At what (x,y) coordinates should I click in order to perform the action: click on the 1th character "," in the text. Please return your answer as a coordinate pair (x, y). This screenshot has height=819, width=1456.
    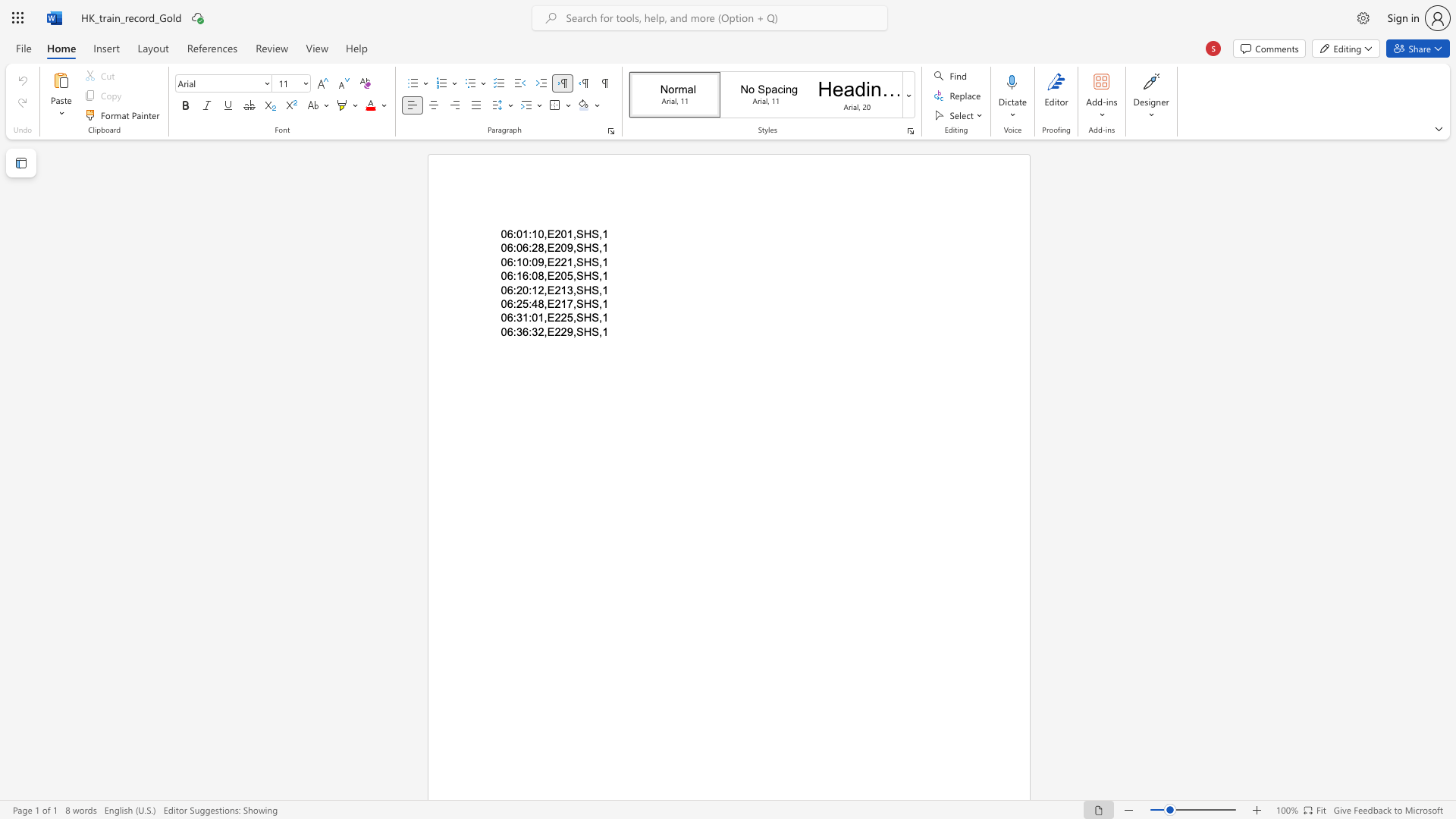
    Looking at the image, I should click on (545, 317).